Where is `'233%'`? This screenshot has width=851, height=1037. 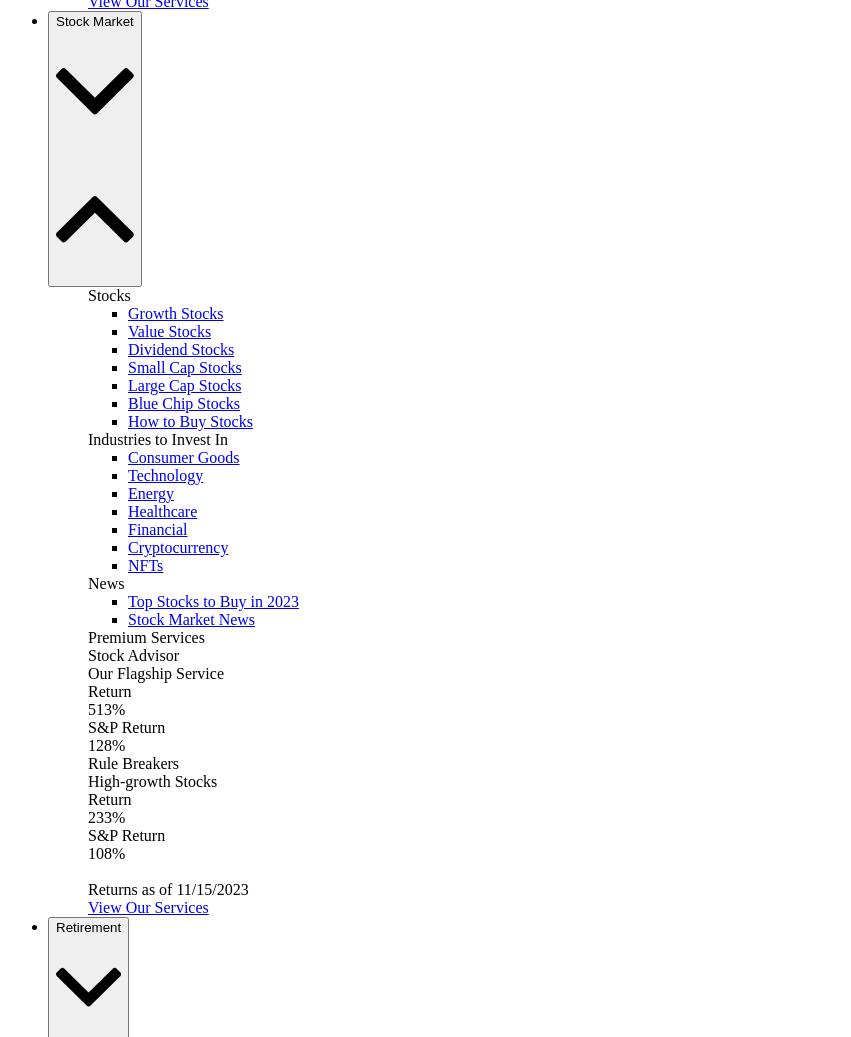 '233%' is located at coordinates (105, 817).